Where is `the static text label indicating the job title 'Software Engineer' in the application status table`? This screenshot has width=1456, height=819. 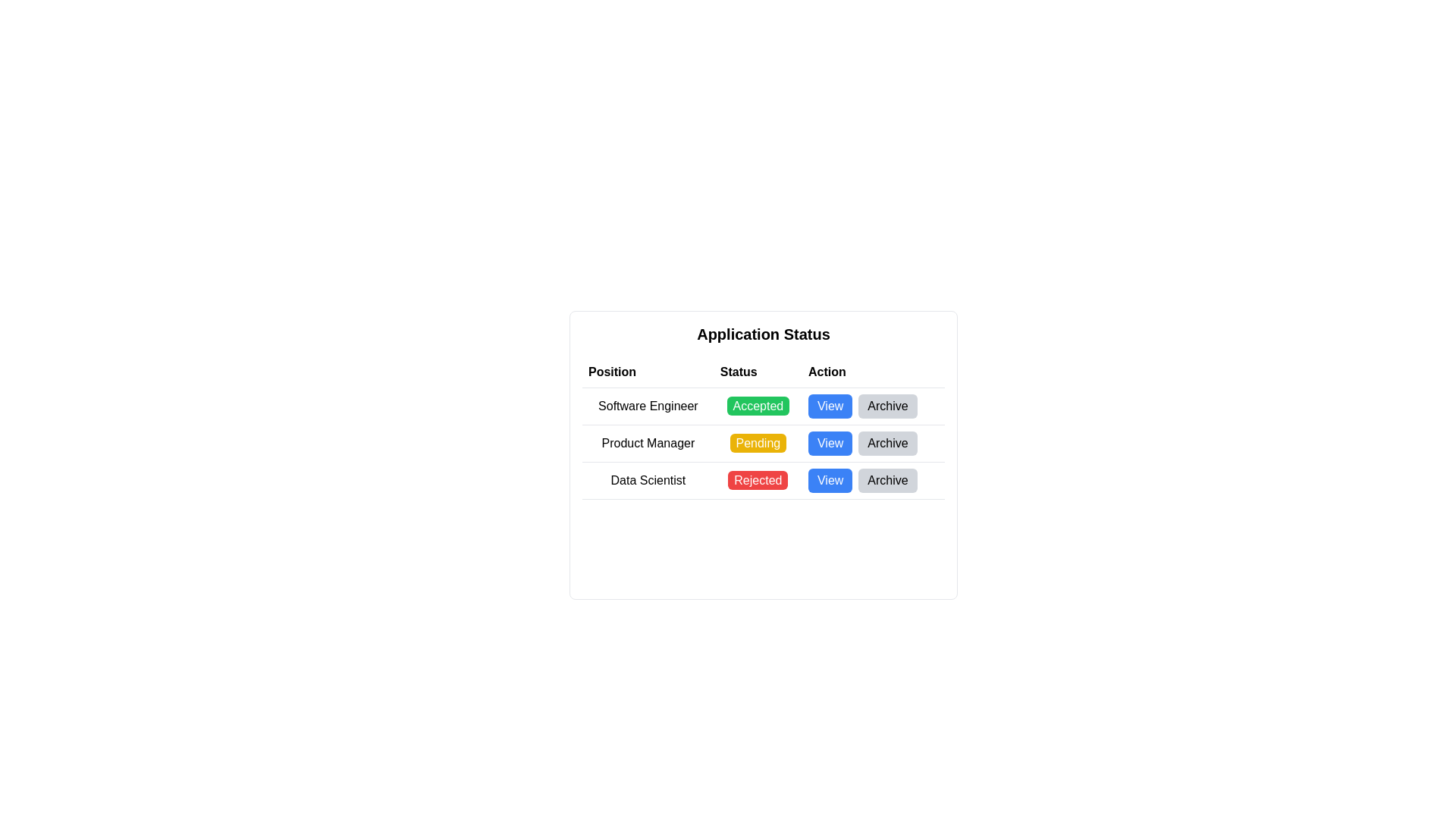
the static text label indicating the job title 'Software Engineer' in the application status table is located at coordinates (648, 406).